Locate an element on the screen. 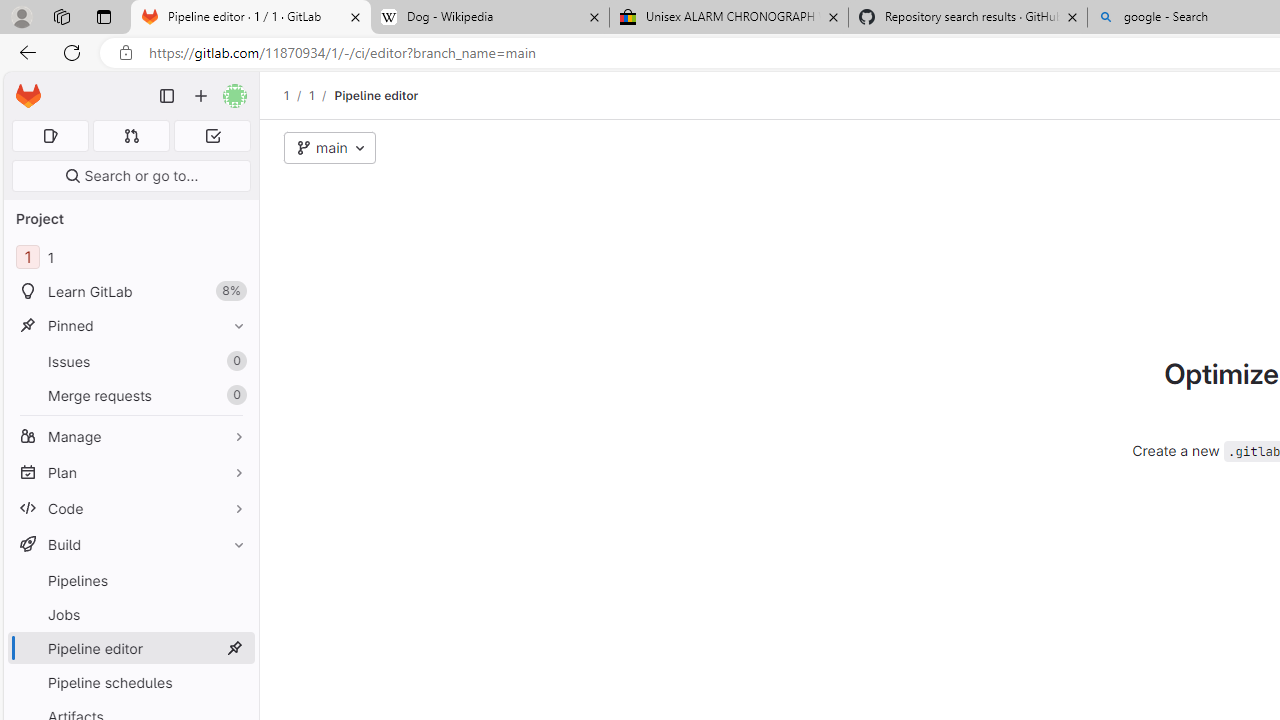 This screenshot has height=720, width=1280. '1' is located at coordinates (310, 95).